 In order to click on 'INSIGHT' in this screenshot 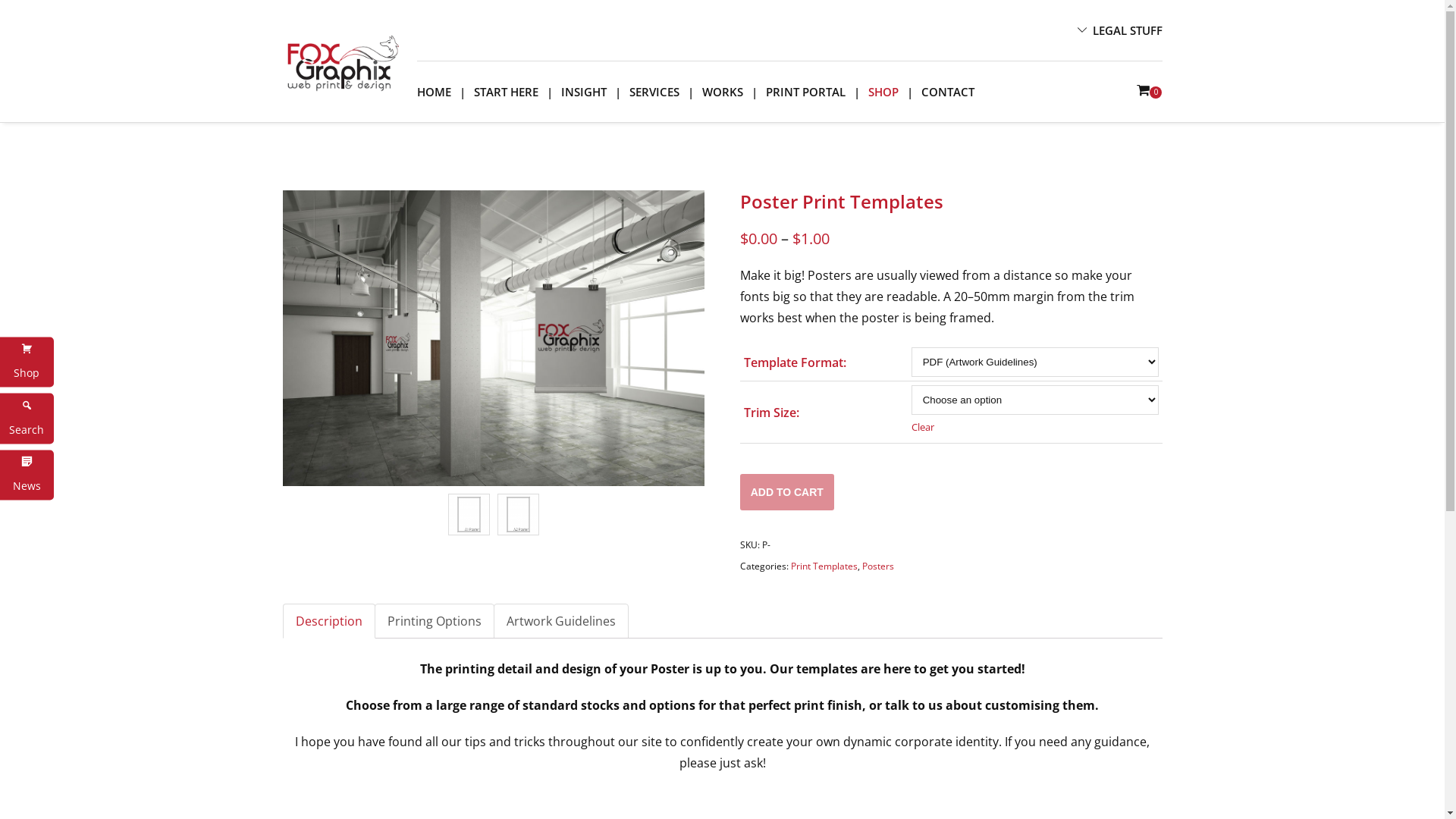, I will do `click(582, 91)`.